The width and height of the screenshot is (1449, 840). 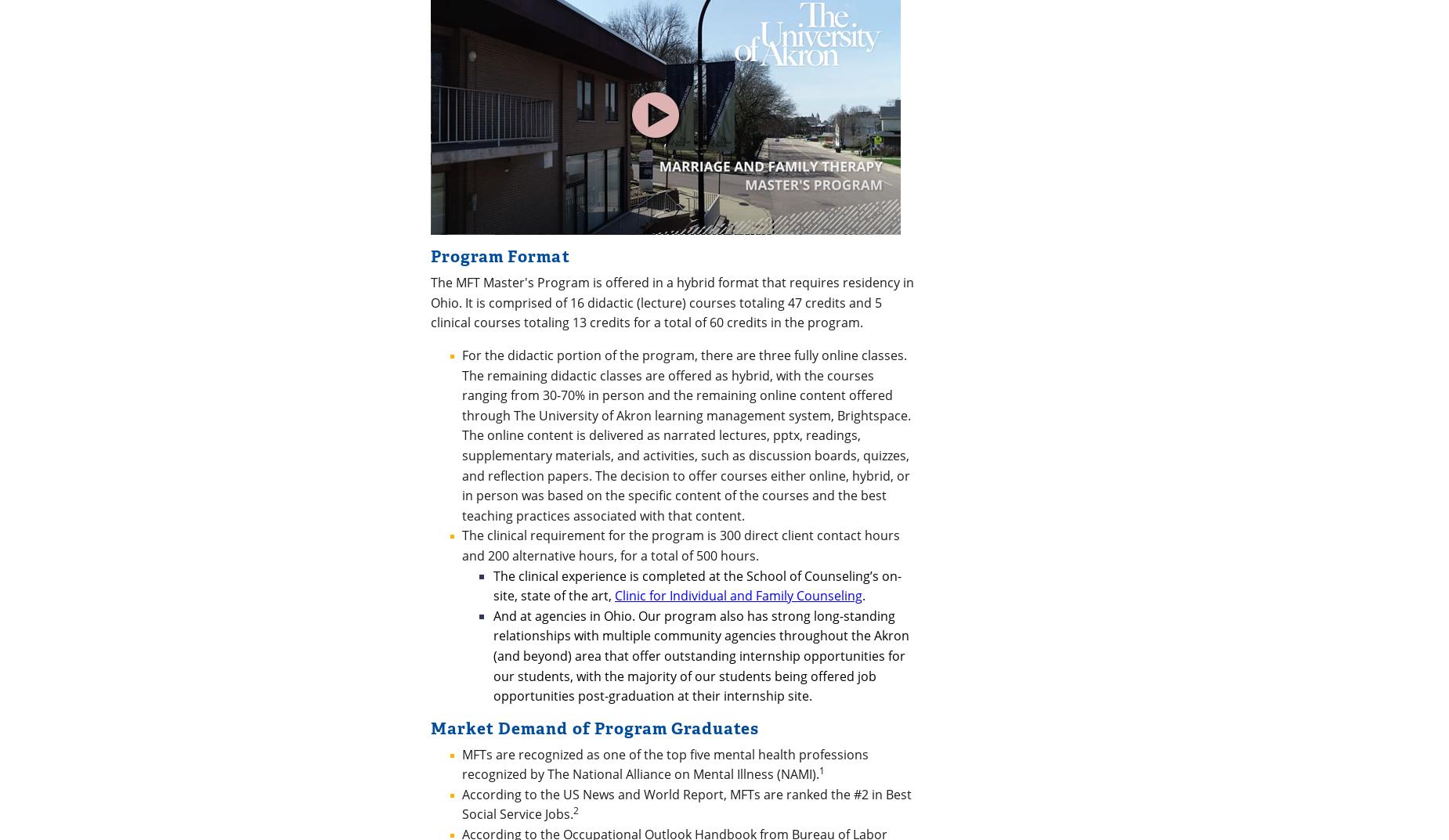 I want to click on 'On Campus:', so click(x=564, y=507).